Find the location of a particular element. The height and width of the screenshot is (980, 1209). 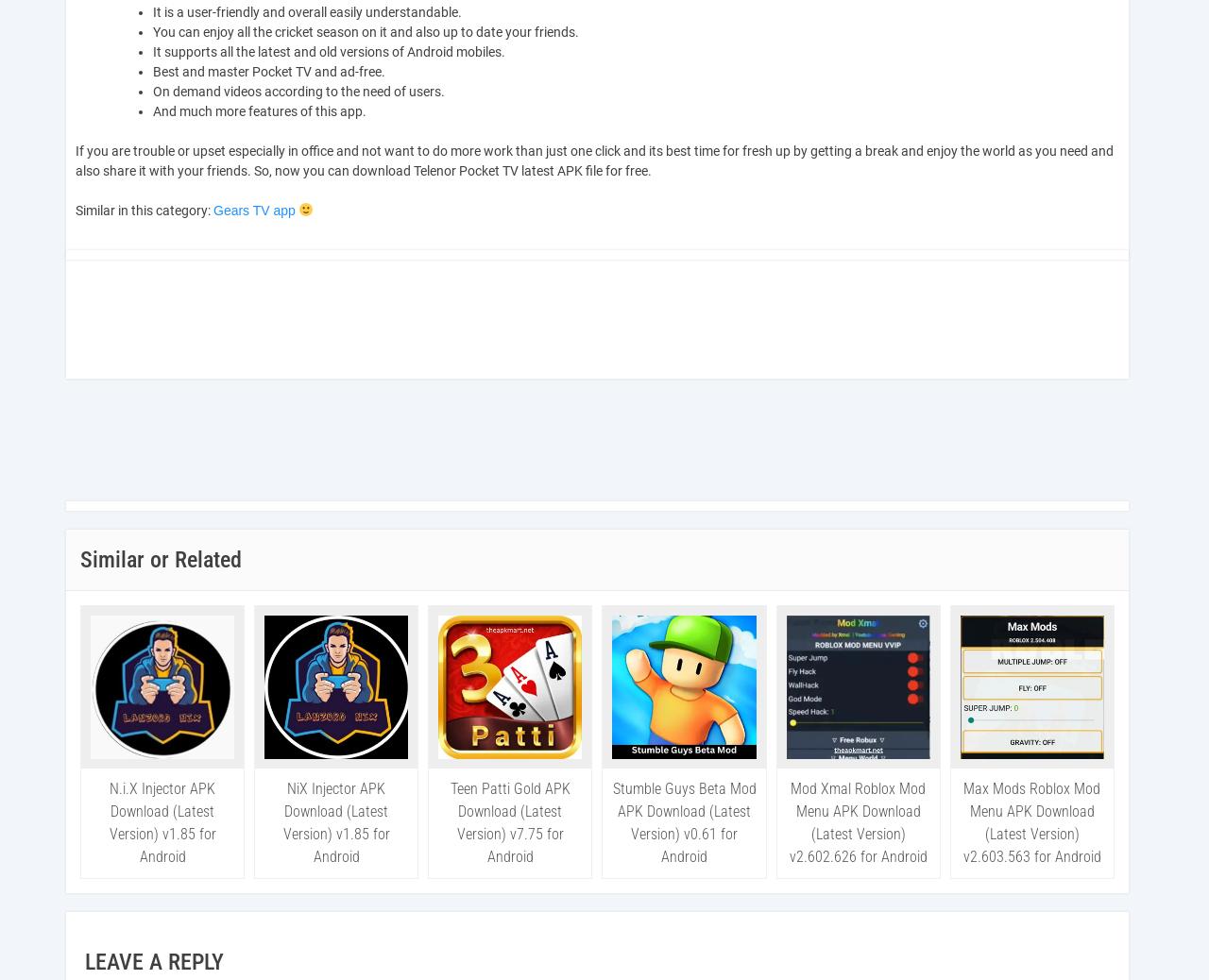

'It supports all the latest and old versions of Android mobiles.' is located at coordinates (329, 51).